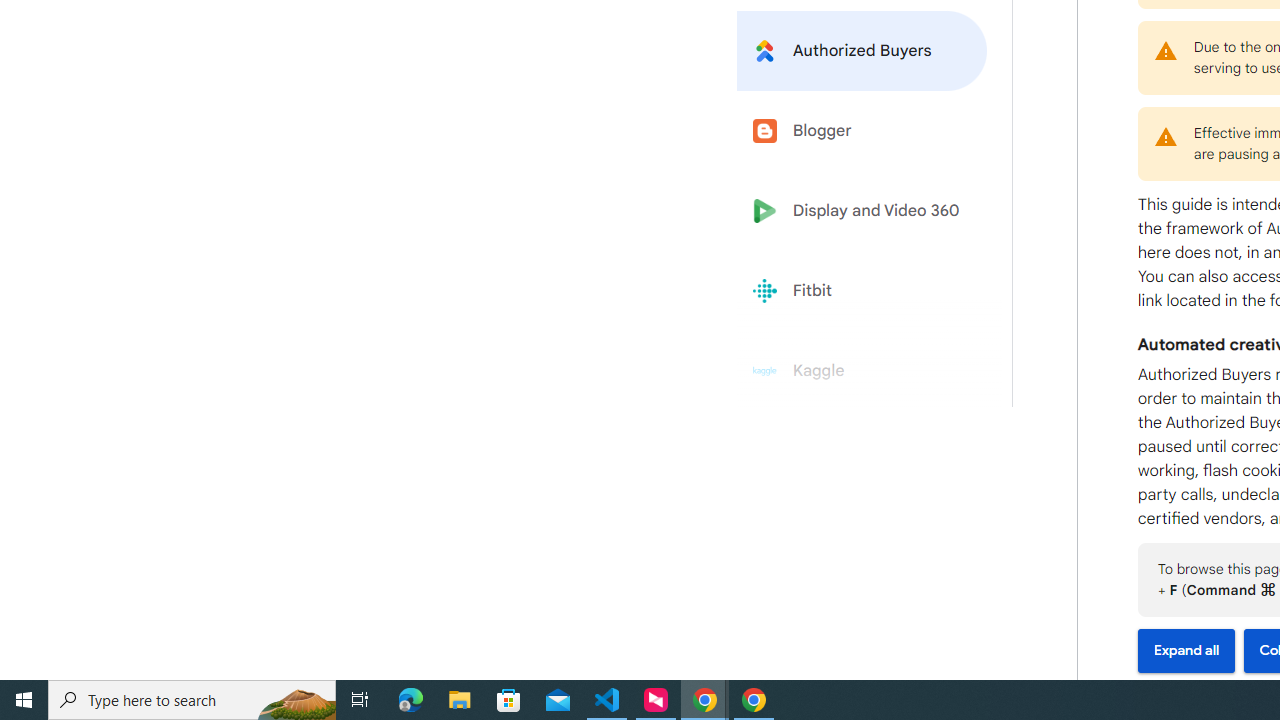 This screenshot has height=720, width=1280. Describe the element at coordinates (862, 131) in the screenshot. I see `'Blogger'` at that location.